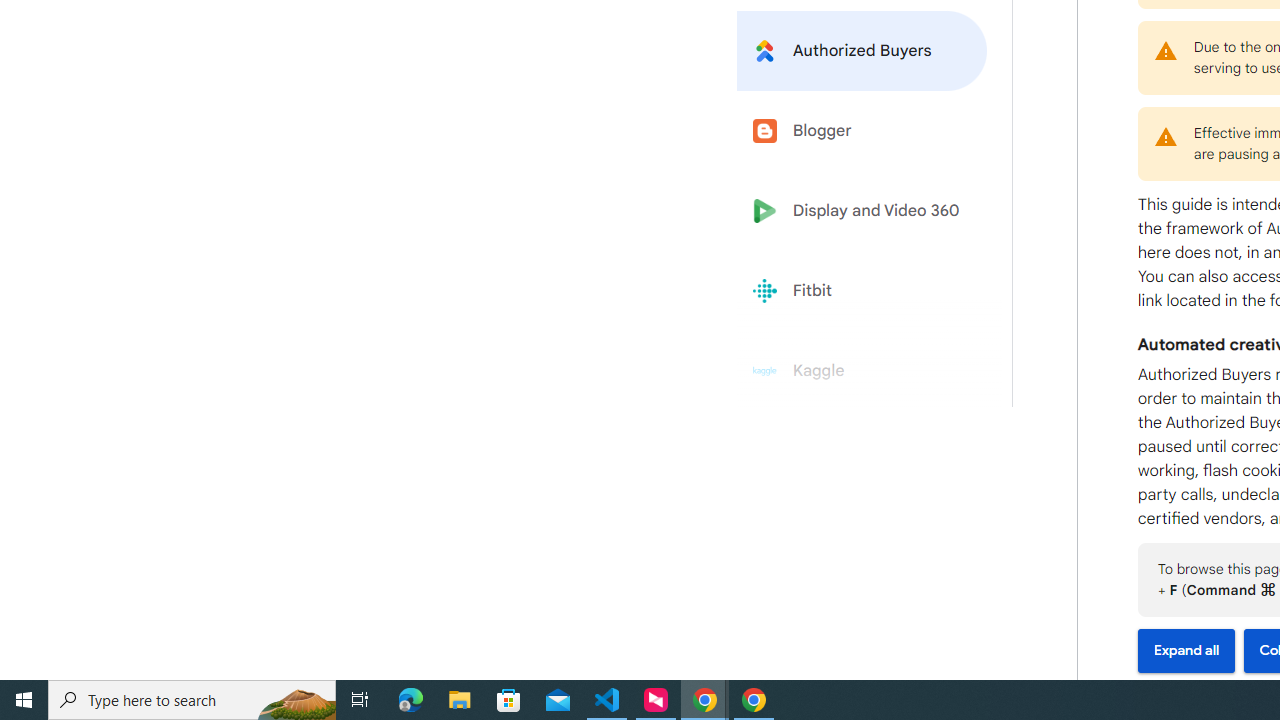 This screenshot has height=720, width=1280. Describe the element at coordinates (862, 131) in the screenshot. I see `'Blogger'` at that location.